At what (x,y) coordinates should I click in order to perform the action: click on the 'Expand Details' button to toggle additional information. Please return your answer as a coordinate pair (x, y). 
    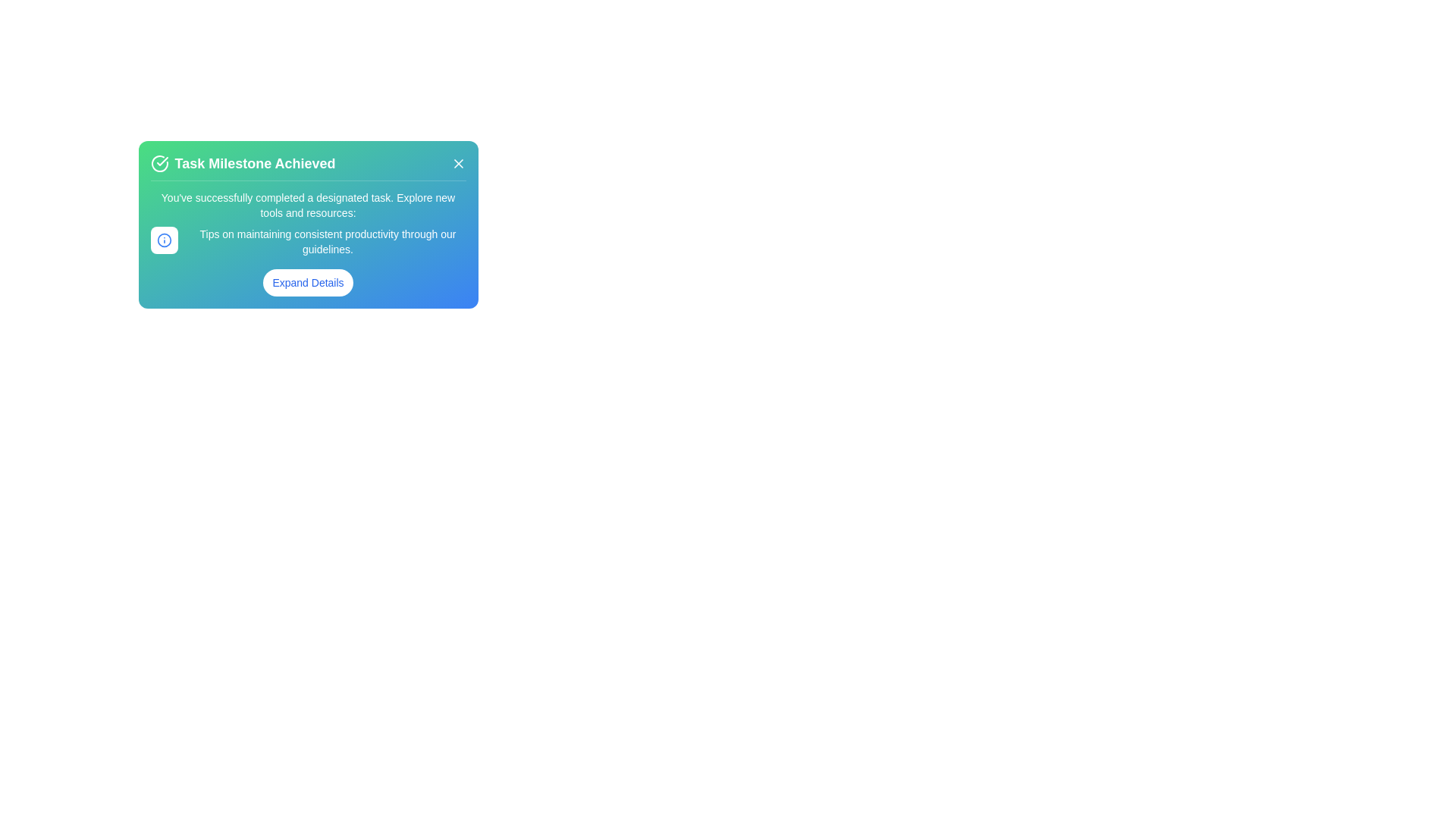
    Looking at the image, I should click on (307, 283).